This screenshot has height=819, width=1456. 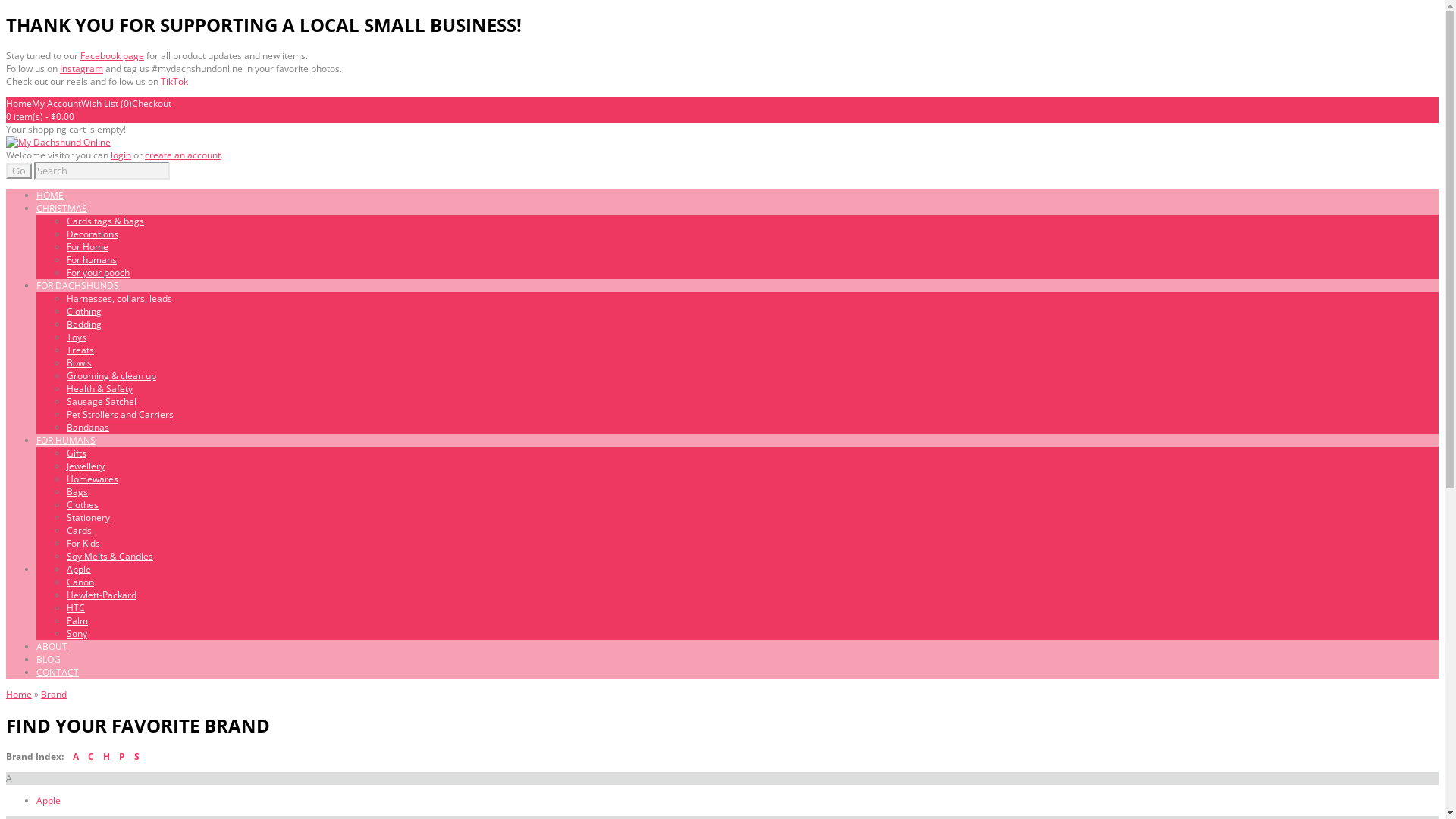 I want to click on 'Hewlett-Packard', so click(x=101, y=594).